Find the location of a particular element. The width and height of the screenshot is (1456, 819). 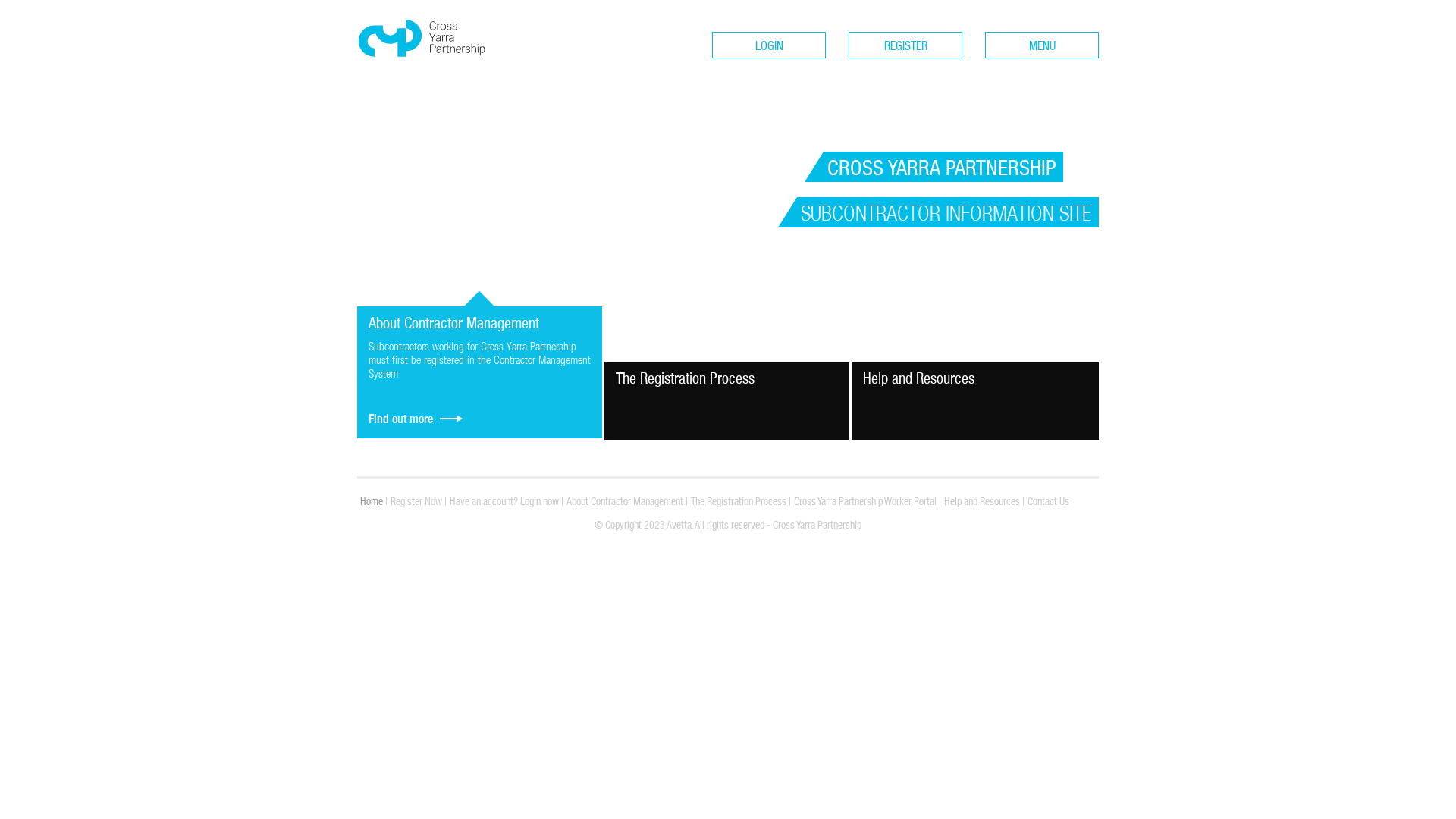

'MENU' is located at coordinates (985, 44).